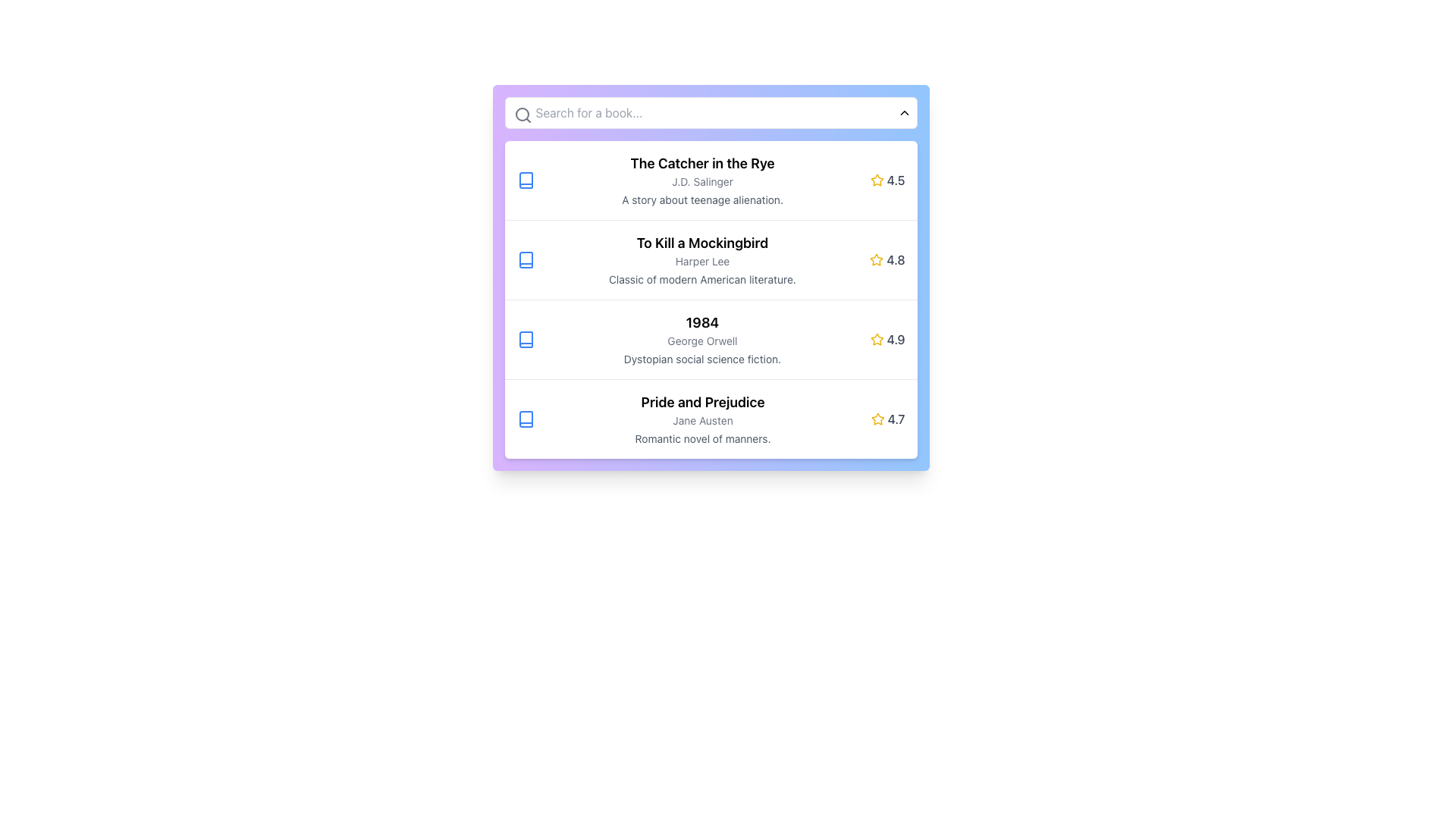 This screenshot has height=819, width=1456. I want to click on the star-shaped yellow rating icon located to the right of the numeric rating value '4.8' in the second book entry, so click(877, 259).